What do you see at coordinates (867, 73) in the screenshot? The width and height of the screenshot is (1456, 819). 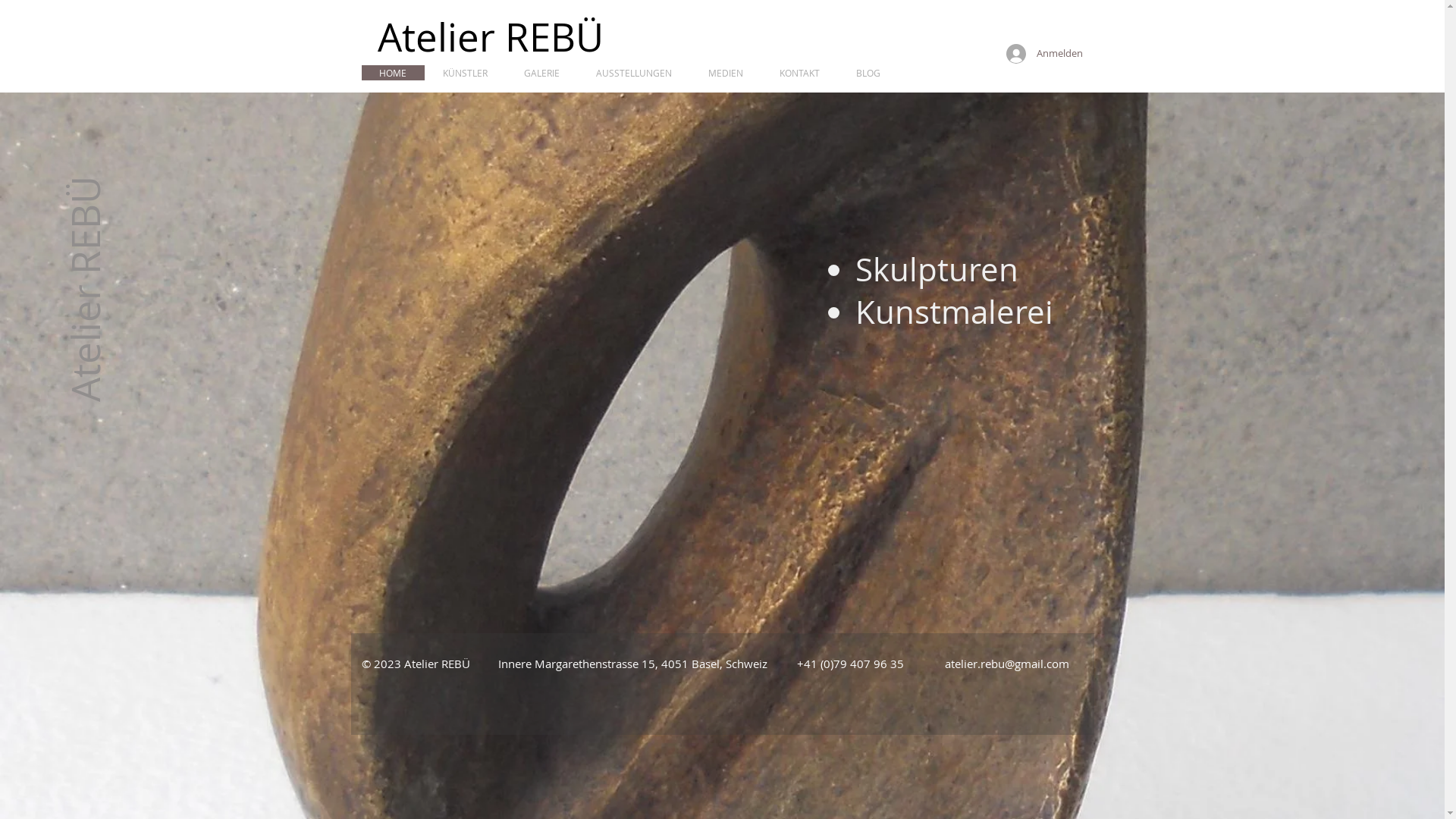 I see `'BLOG'` at bounding box center [867, 73].